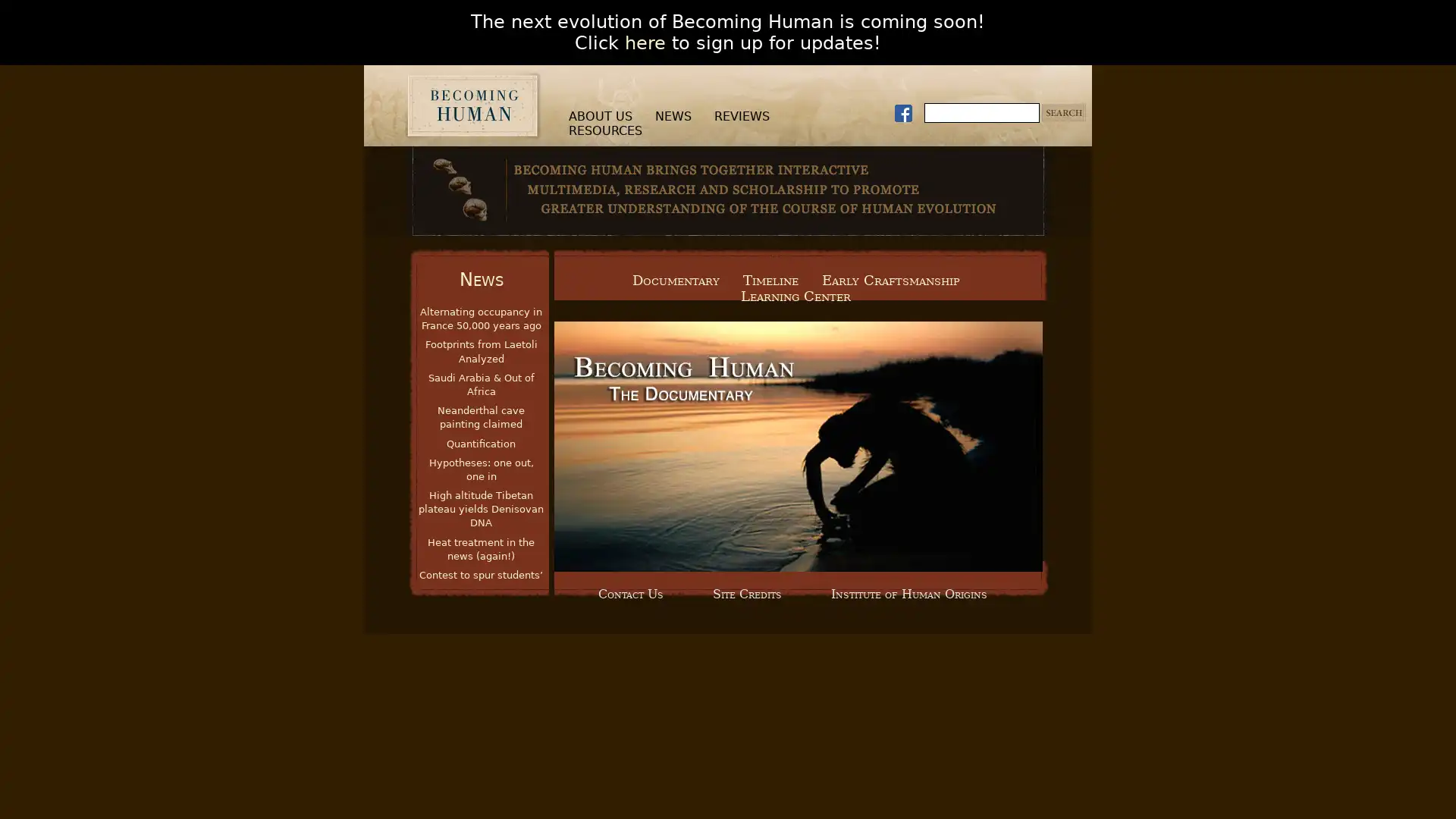 This screenshot has height=819, width=1456. I want to click on Search, so click(1065, 112).